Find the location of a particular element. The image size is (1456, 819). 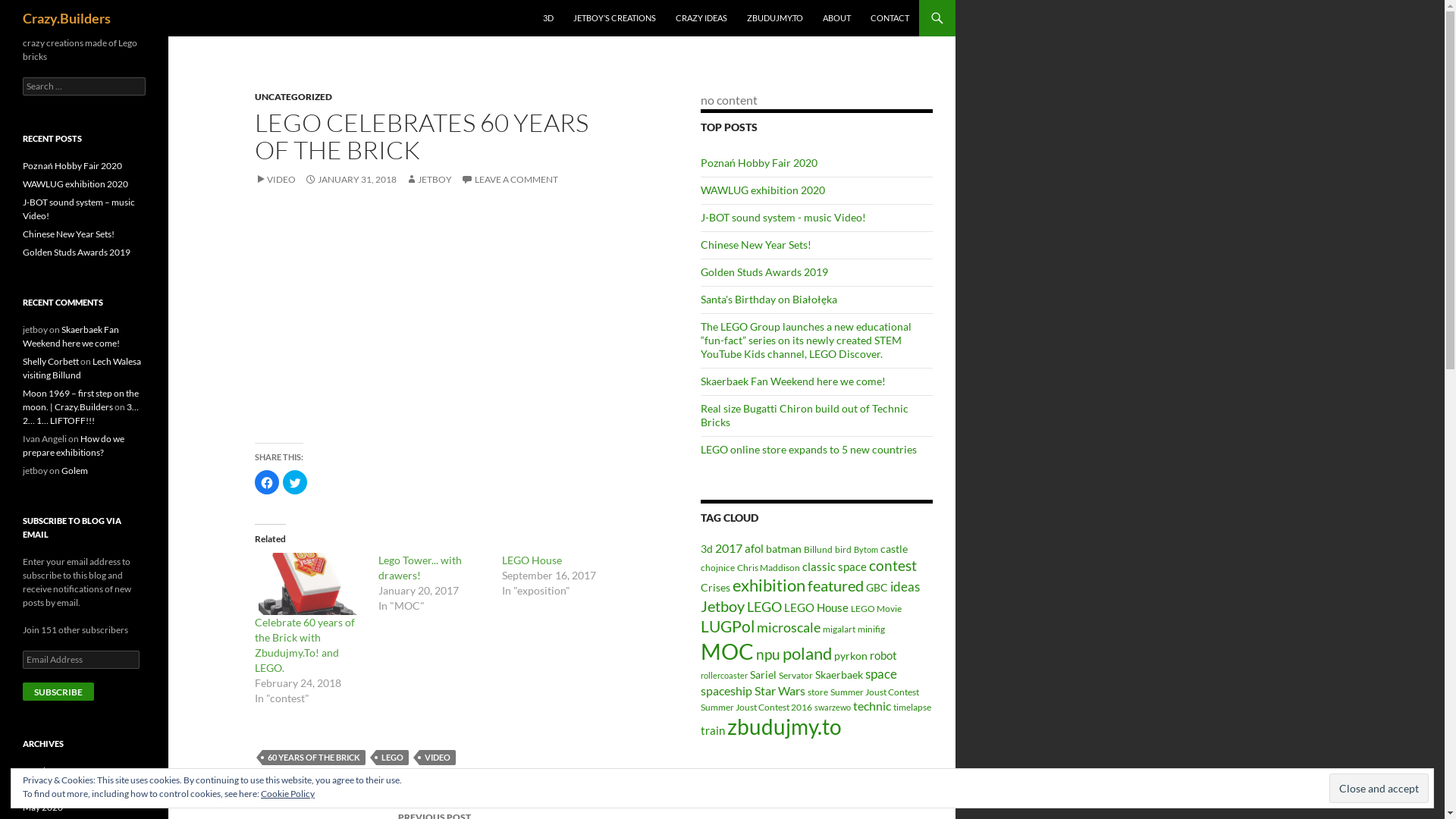

'LEGO online store expands to 5 new countries' is located at coordinates (808, 448).